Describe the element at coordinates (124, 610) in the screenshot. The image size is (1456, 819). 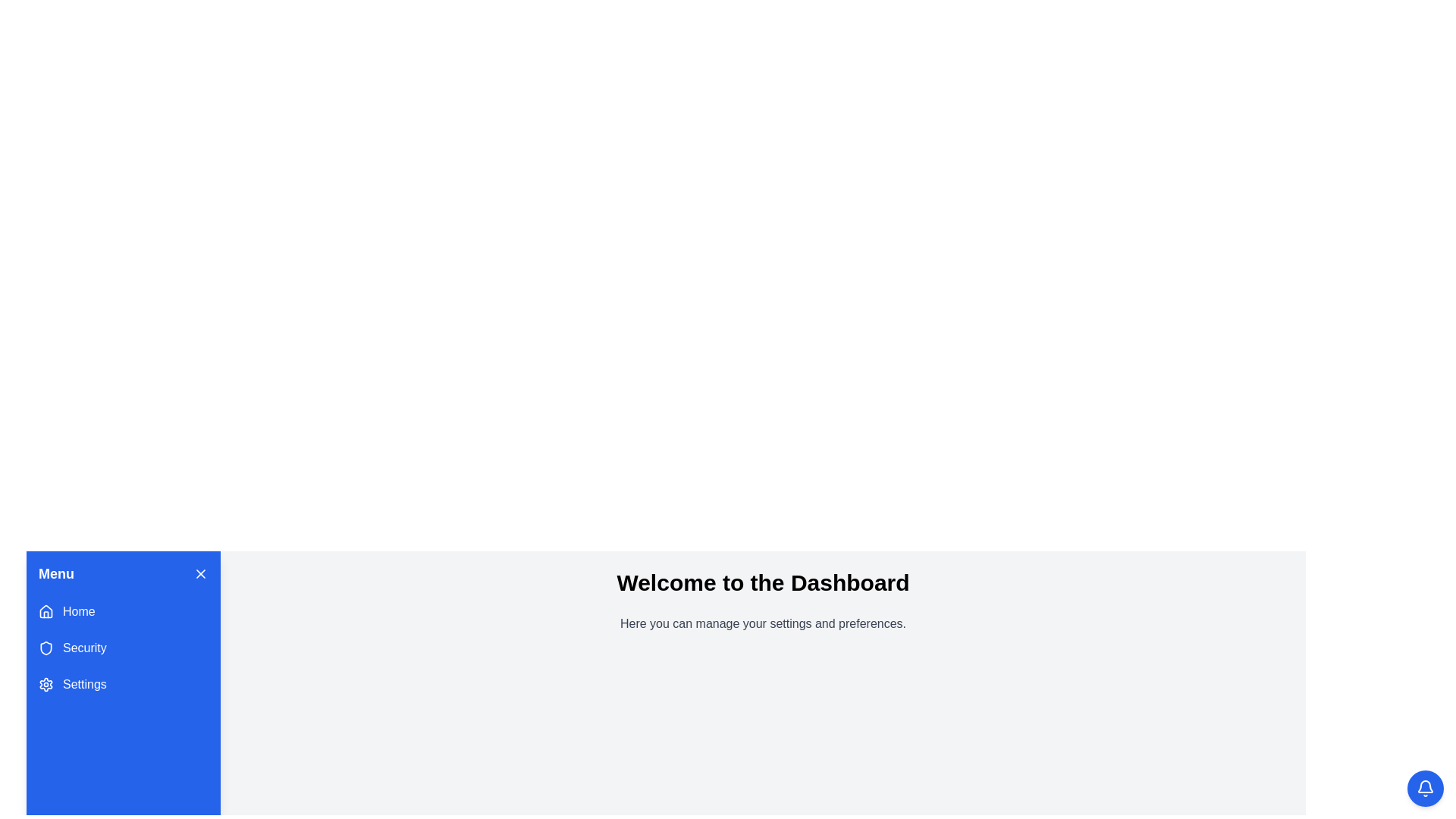
I see `the blue 'Home' button located in the left sidebar of the interface` at that location.